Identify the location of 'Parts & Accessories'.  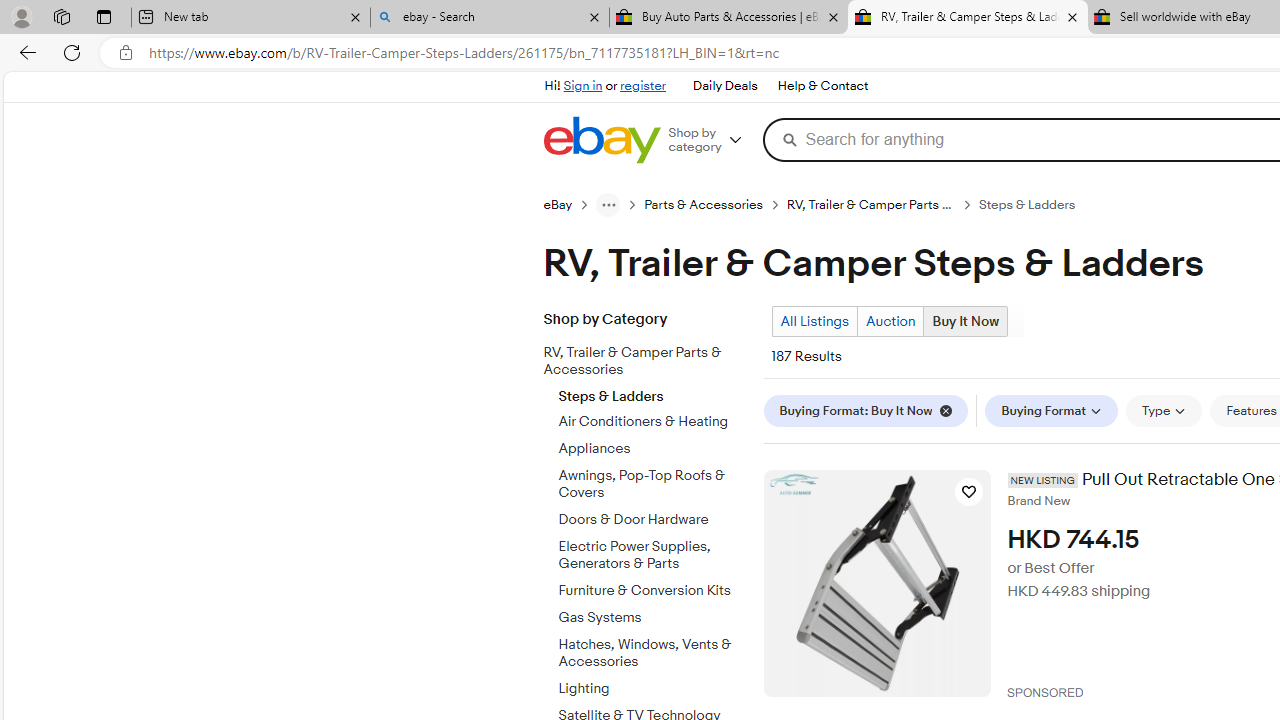
(704, 205).